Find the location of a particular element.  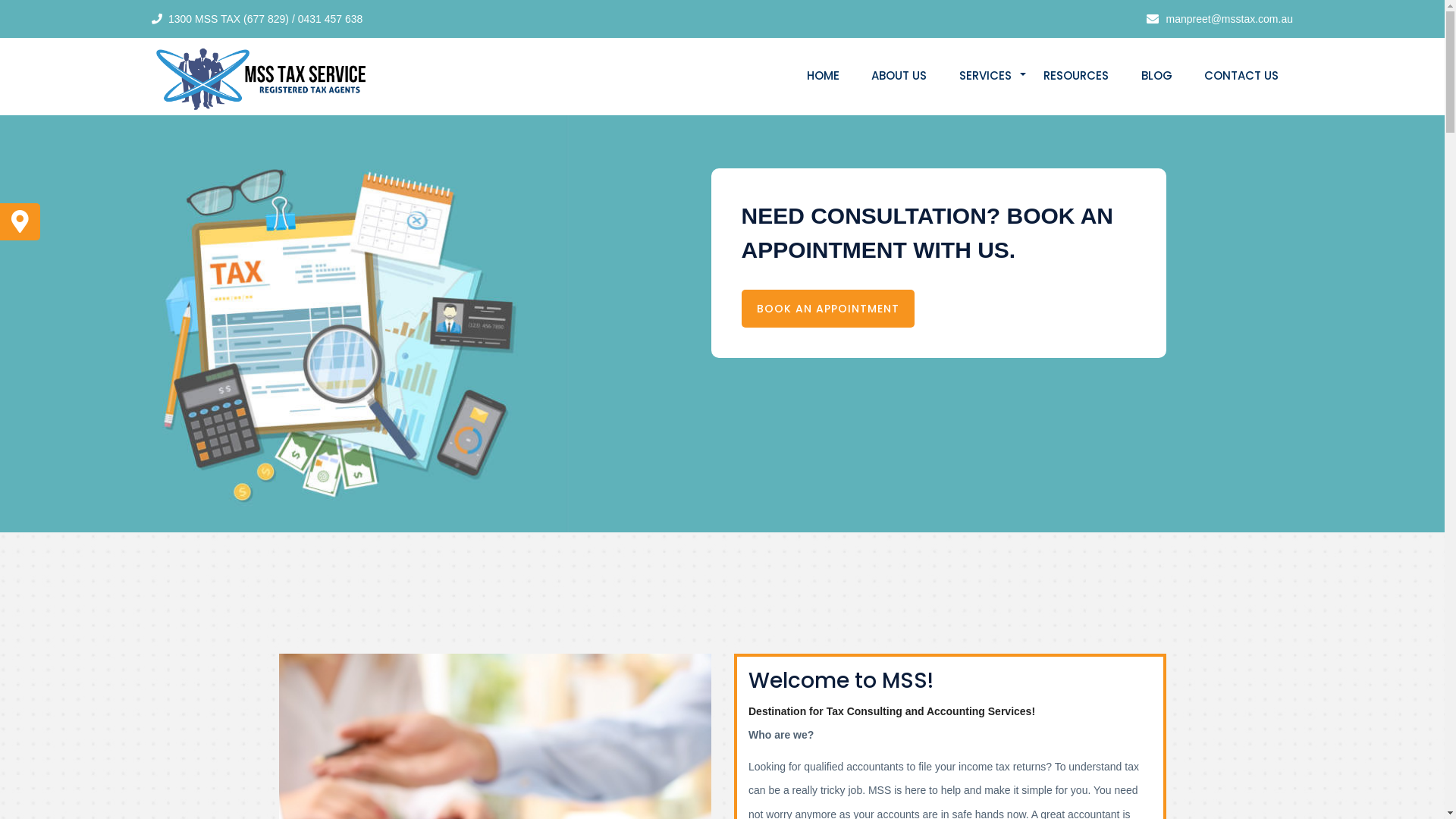

'BOOK AN APPOINTMENT' is located at coordinates (827, 308).